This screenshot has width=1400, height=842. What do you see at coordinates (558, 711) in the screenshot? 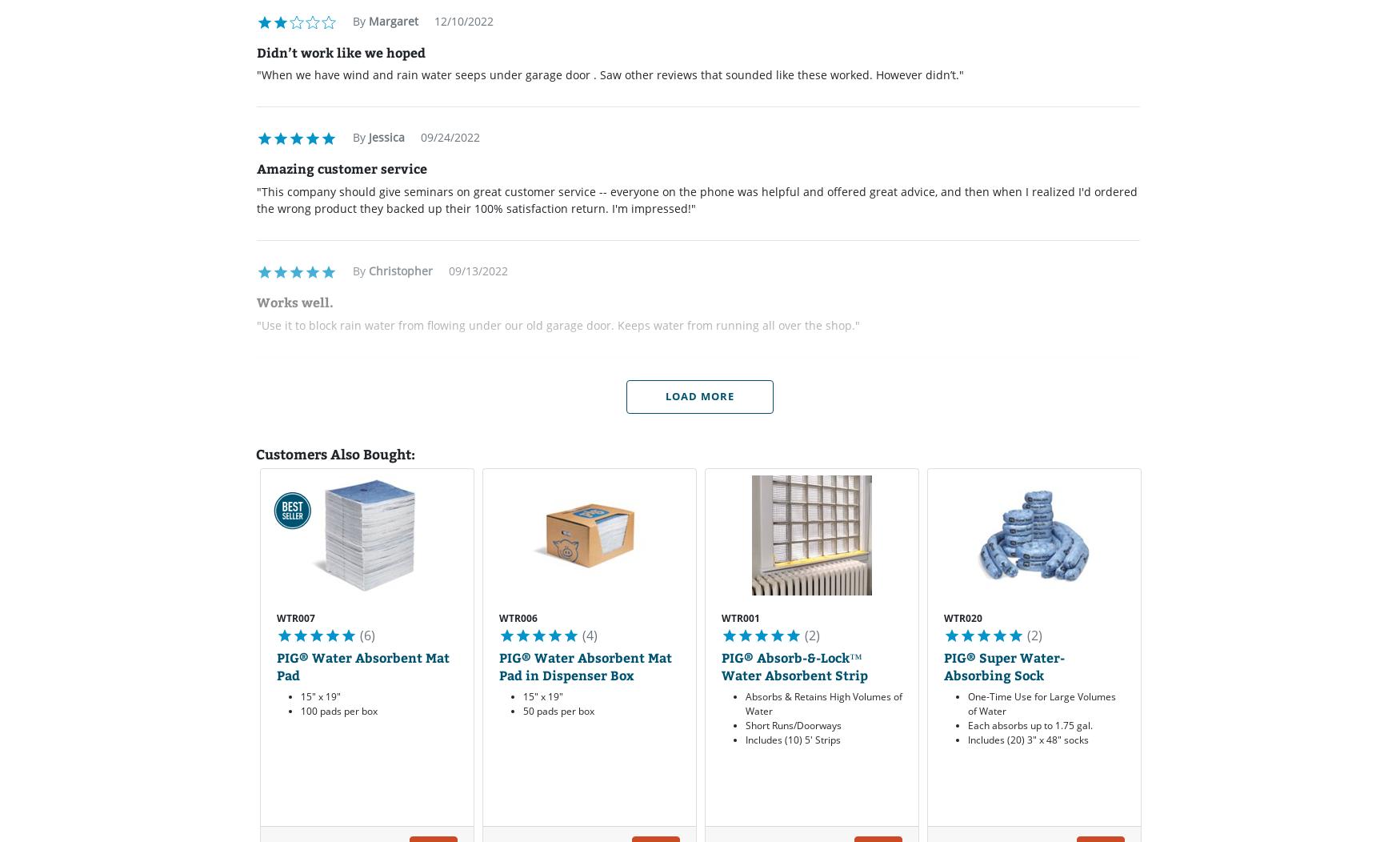
I see `'50 pads per box'` at bounding box center [558, 711].